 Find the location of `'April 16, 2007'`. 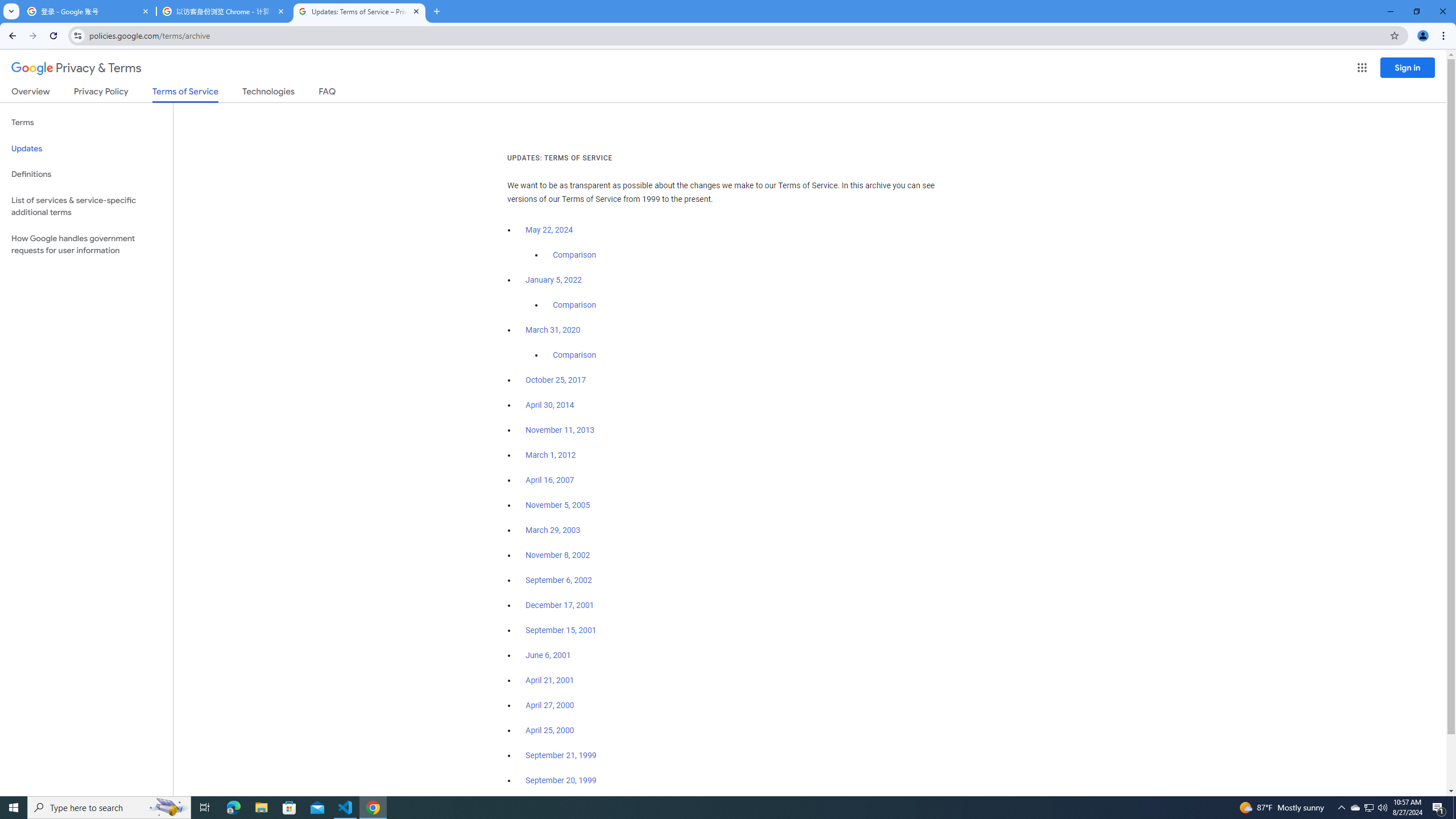

'April 16, 2007' is located at coordinates (549, 481).